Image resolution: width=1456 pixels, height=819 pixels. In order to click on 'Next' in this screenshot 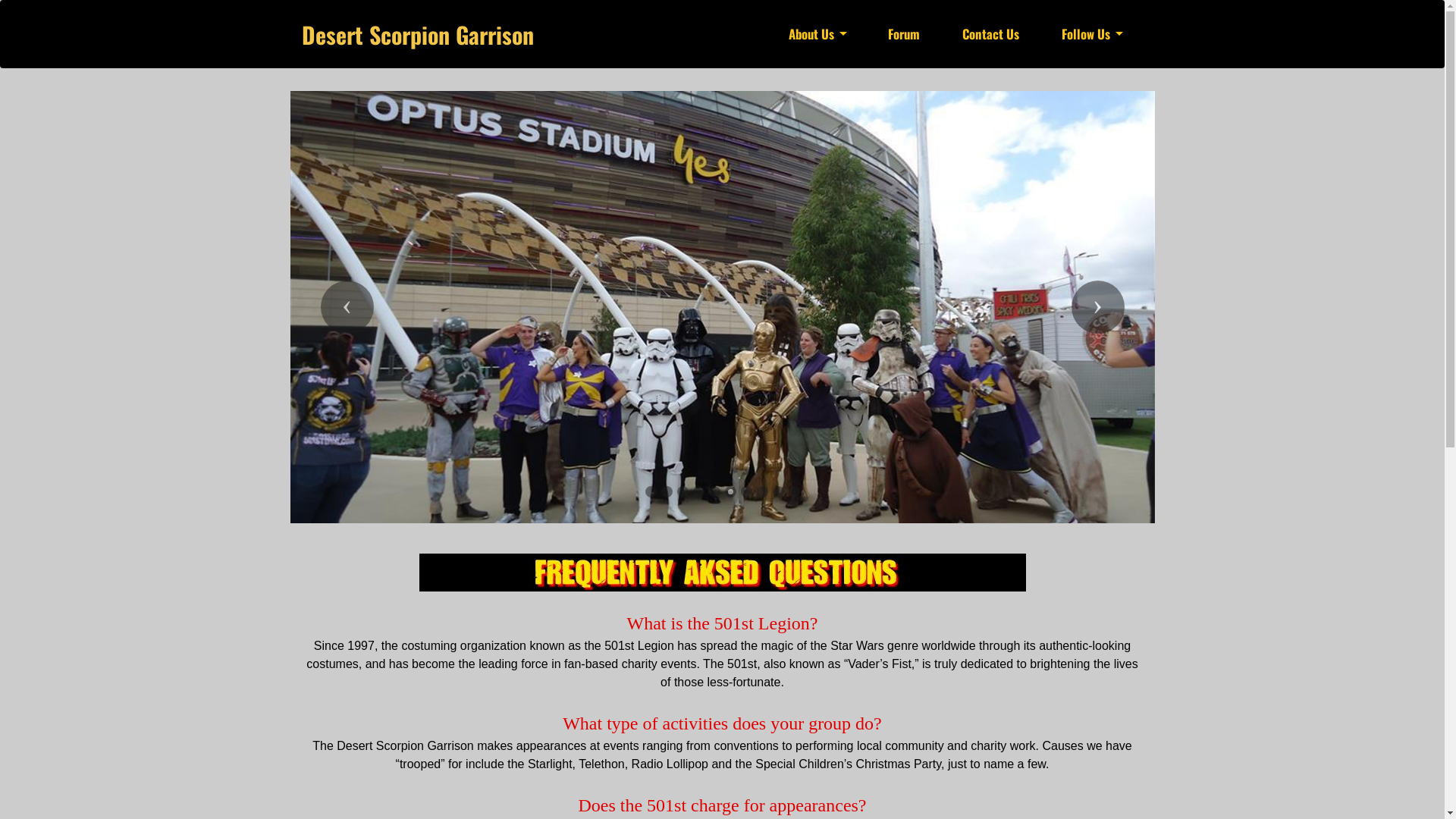, I will do `click(1097, 307)`.